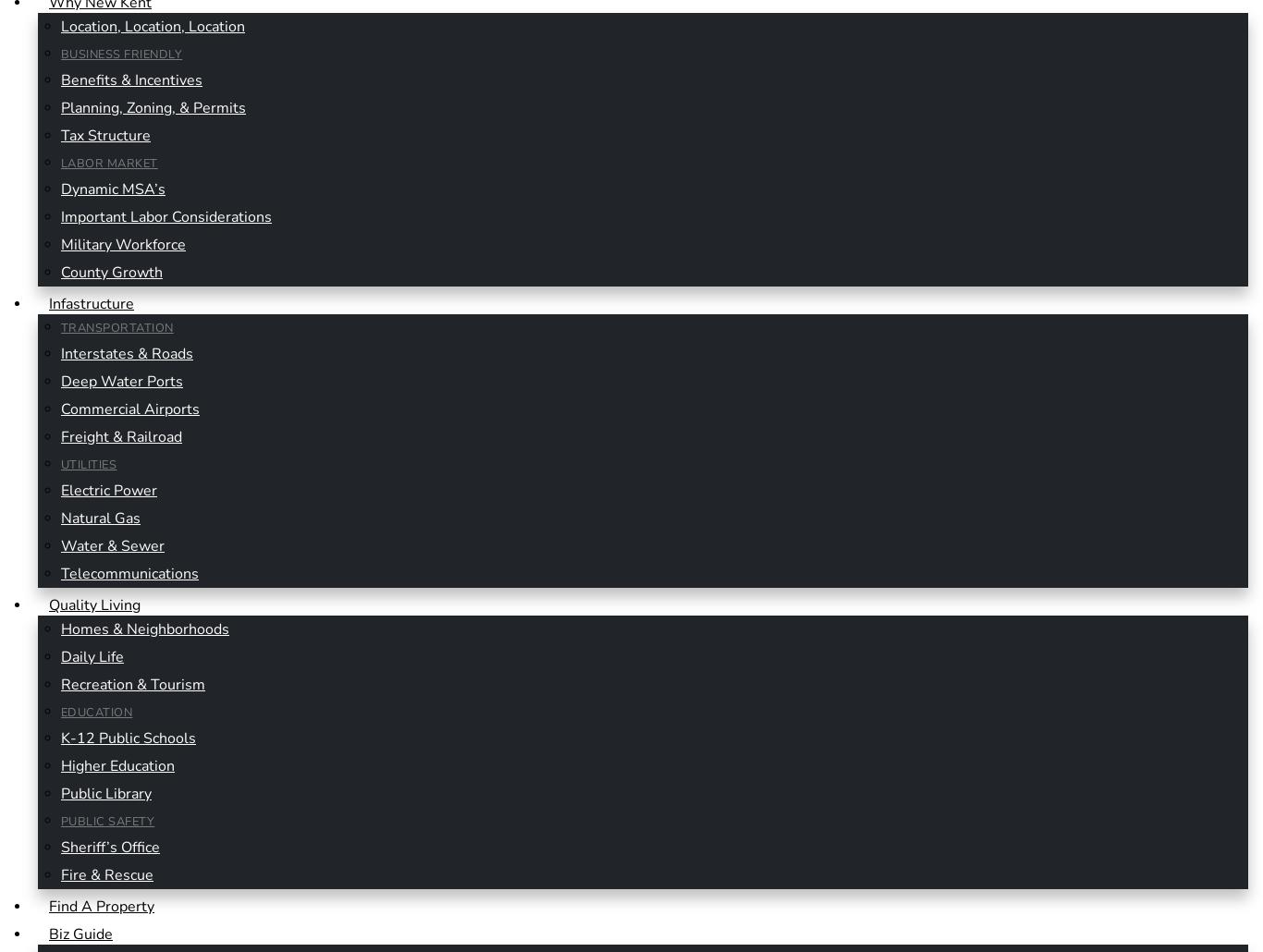  What do you see at coordinates (60, 544) in the screenshot?
I see `'Water & Sewer'` at bounding box center [60, 544].